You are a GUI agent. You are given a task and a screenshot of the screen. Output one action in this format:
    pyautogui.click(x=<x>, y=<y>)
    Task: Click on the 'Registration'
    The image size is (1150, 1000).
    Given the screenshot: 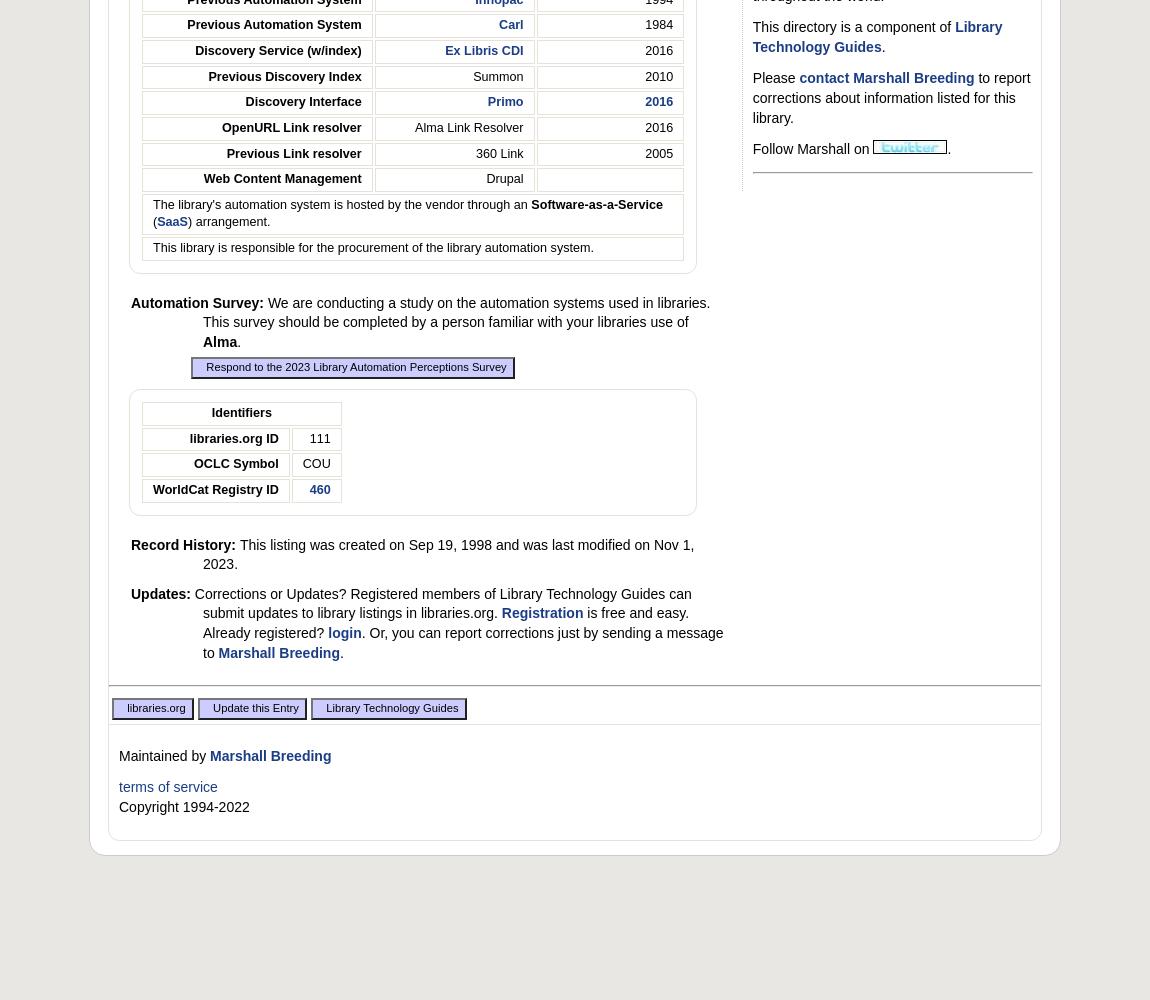 What is the action you would take?
    pyautogui.click(x=541, y=612)
    